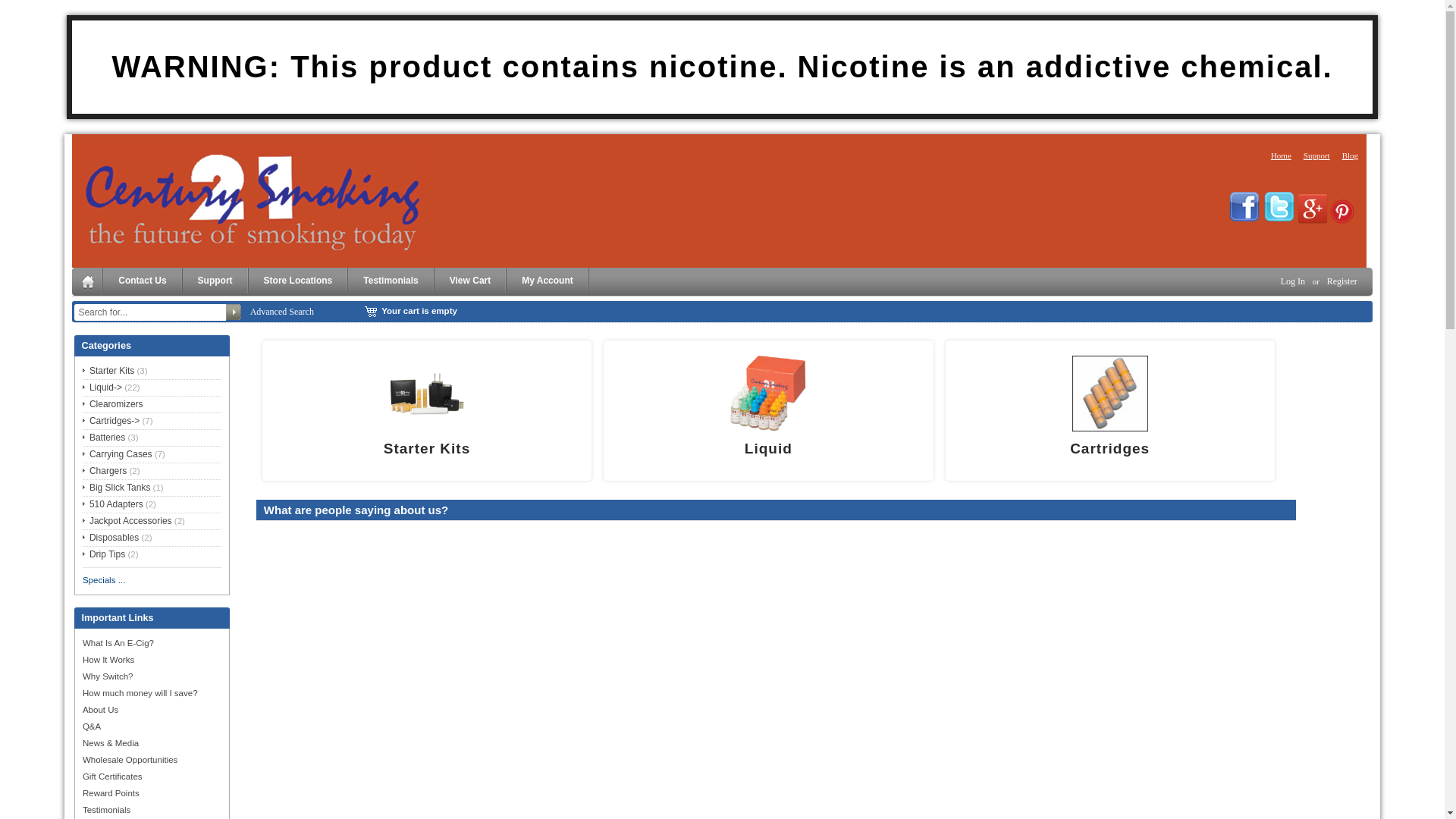 Image resolution: width=1456 pixels, height=819 pixels. What do you see at coordinates (389, 393) in the screenshot?
I see `' Starter Kits '` at bounding box center [389, 393].